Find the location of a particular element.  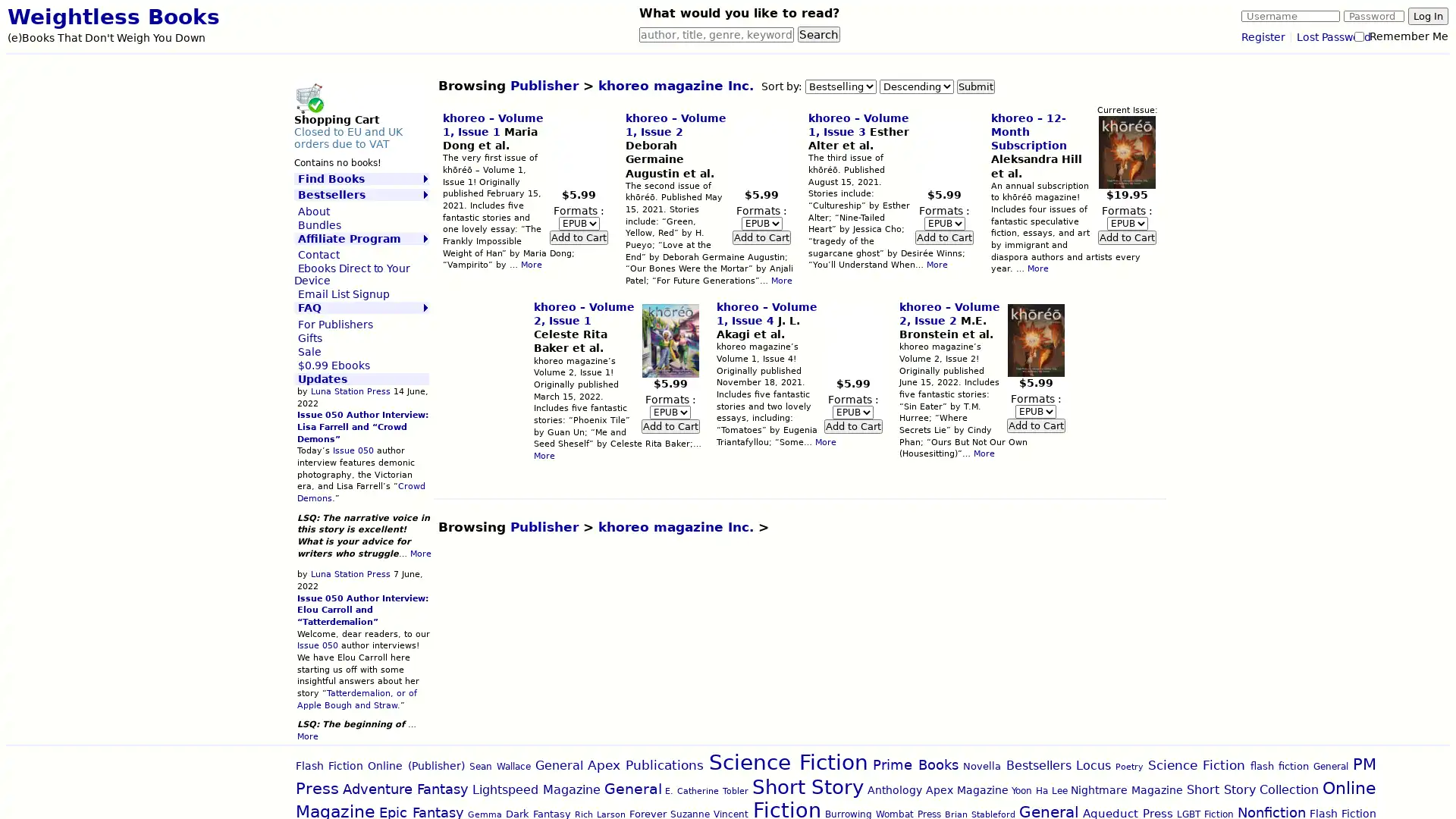

Add to Cart is located at coordinates (669, 425).